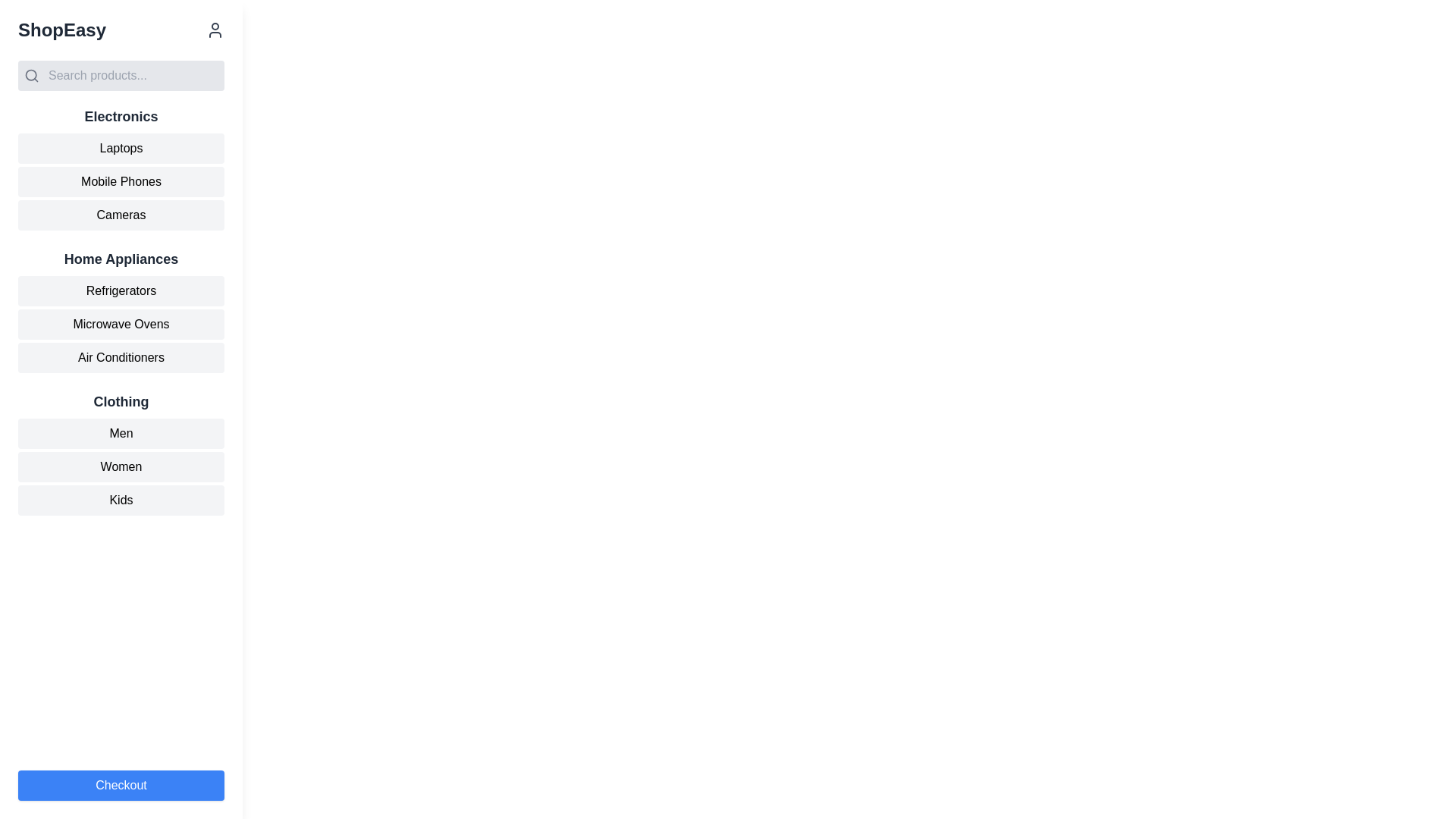 The height and width of the screenshot is (819, 1456). I want to click on the 'Women' navigation button located in the left panel, which is the second of three buttons labeled 'Men,' 'Women,' and 'Kids,' to observe the hover effect, so click(120, 466).